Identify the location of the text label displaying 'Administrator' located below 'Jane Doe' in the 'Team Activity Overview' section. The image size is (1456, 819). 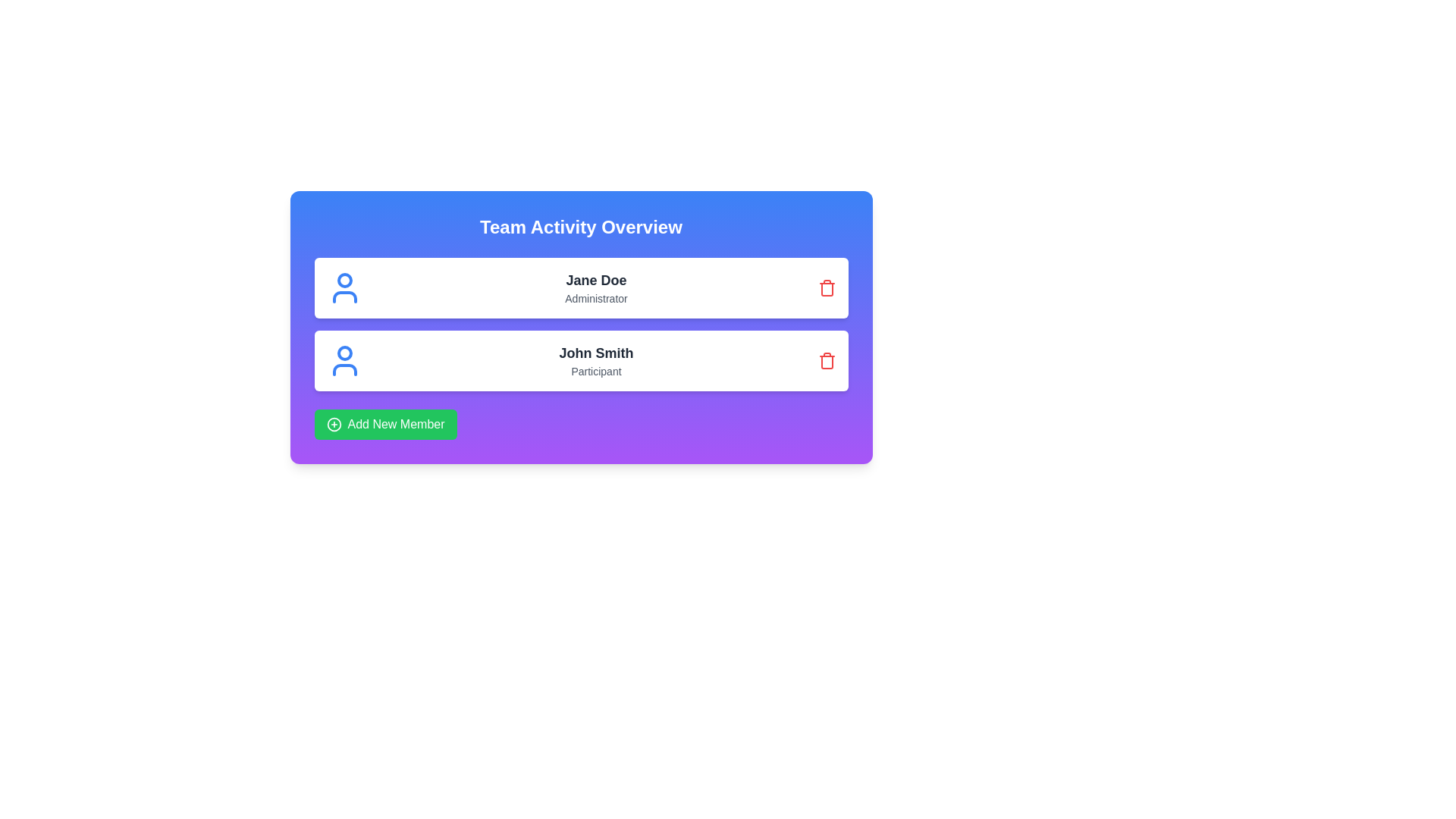
(595, 298).